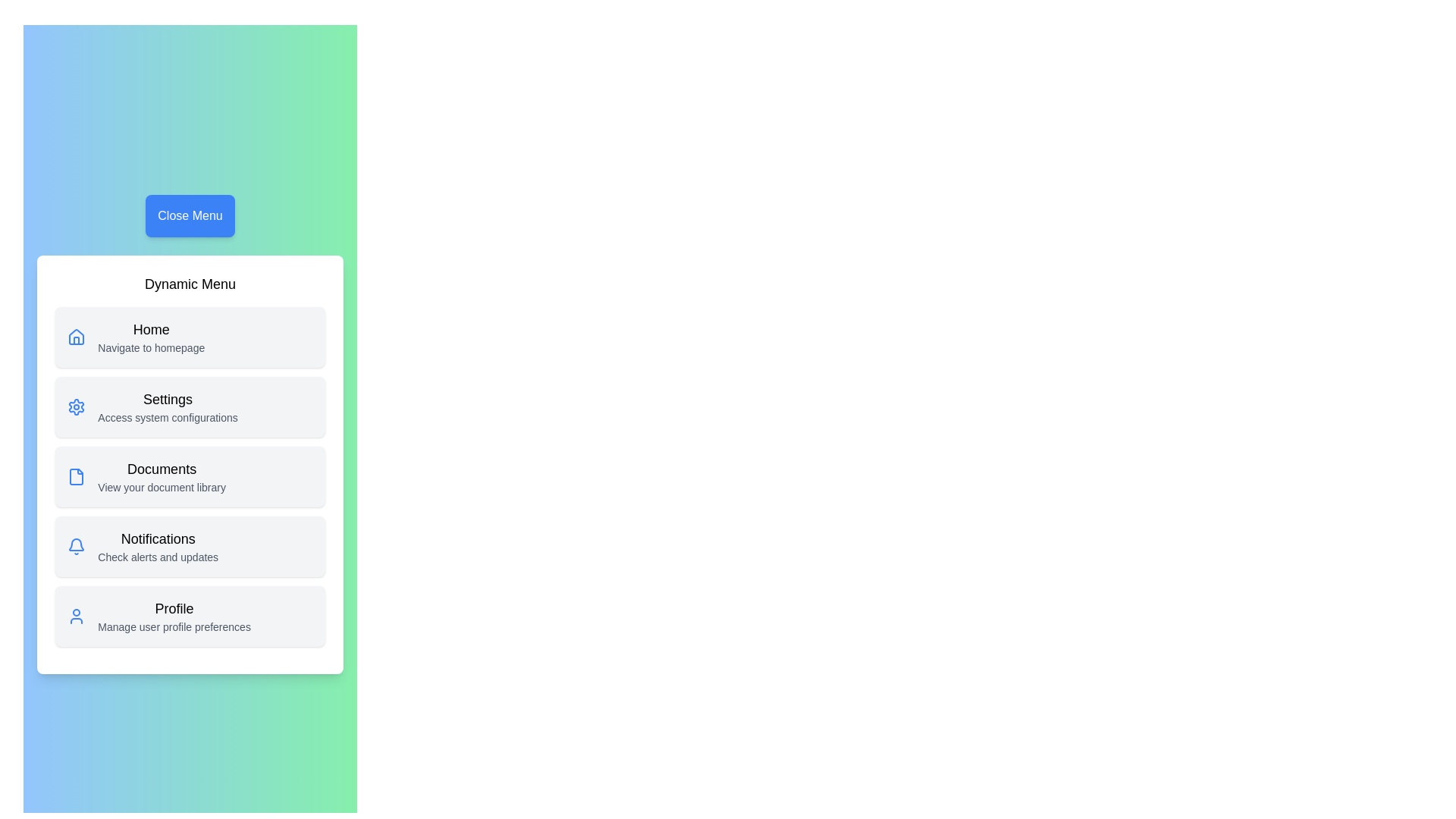 This screenshot has height=819, width=1456. Describe the element at coordinates (189, 406) in the screenshot. I see `the menu item corresponding to Settings` at that location.